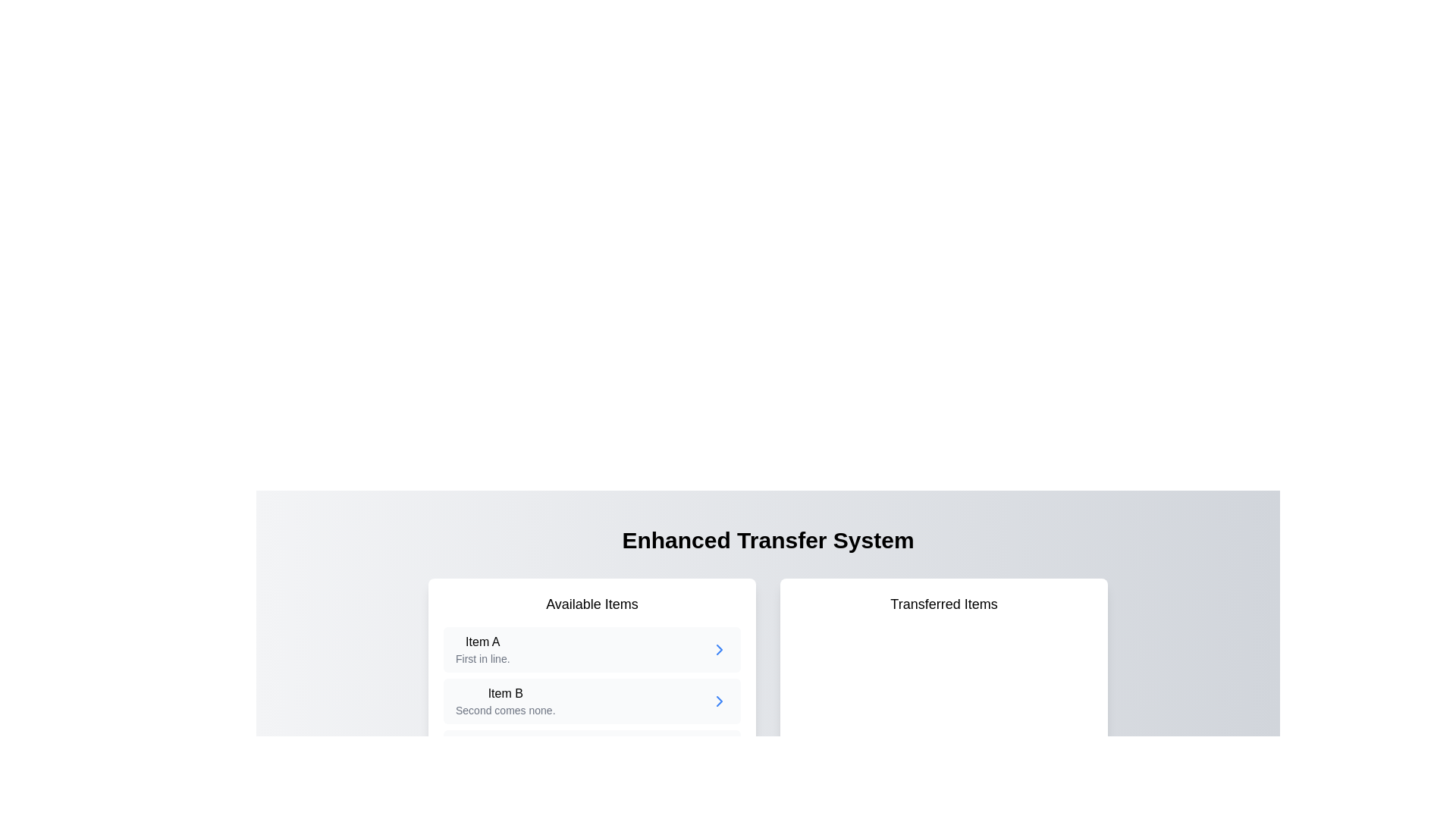 The width and height of the screenshot is (1456, 819). What do you see at coordinates (505, 701) in the screenshot?
I see `the text description block displaying 'Item B' in bold and 'Second comes none.' in smaller gray font, which is the second item in the 'Available Items' section` at bounding box center [505, 701].